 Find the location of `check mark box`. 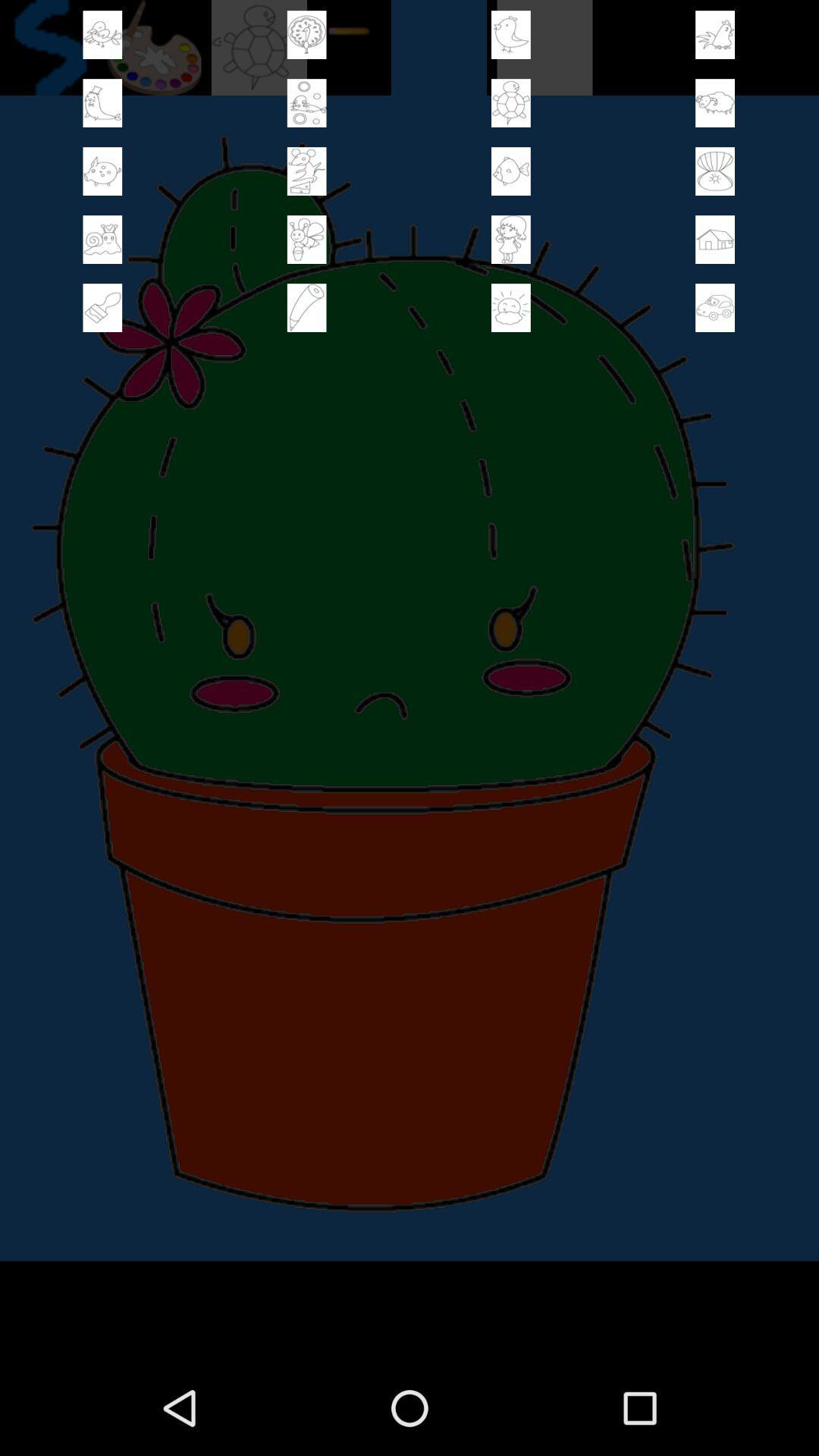

check mark box is located at coordinates (715, 171).